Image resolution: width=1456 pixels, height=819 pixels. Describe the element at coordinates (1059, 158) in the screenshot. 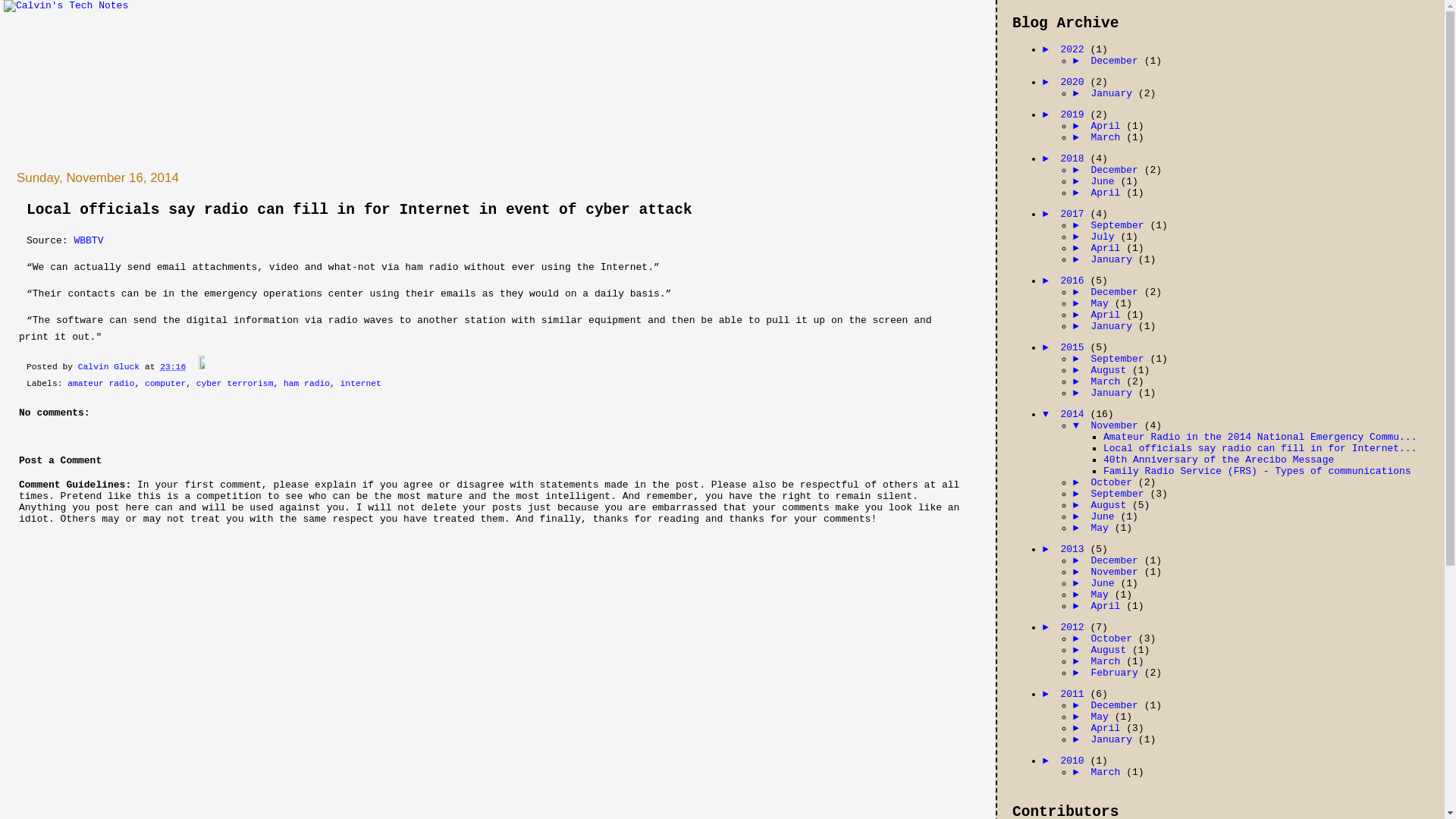

I see `'2018'` at that location.